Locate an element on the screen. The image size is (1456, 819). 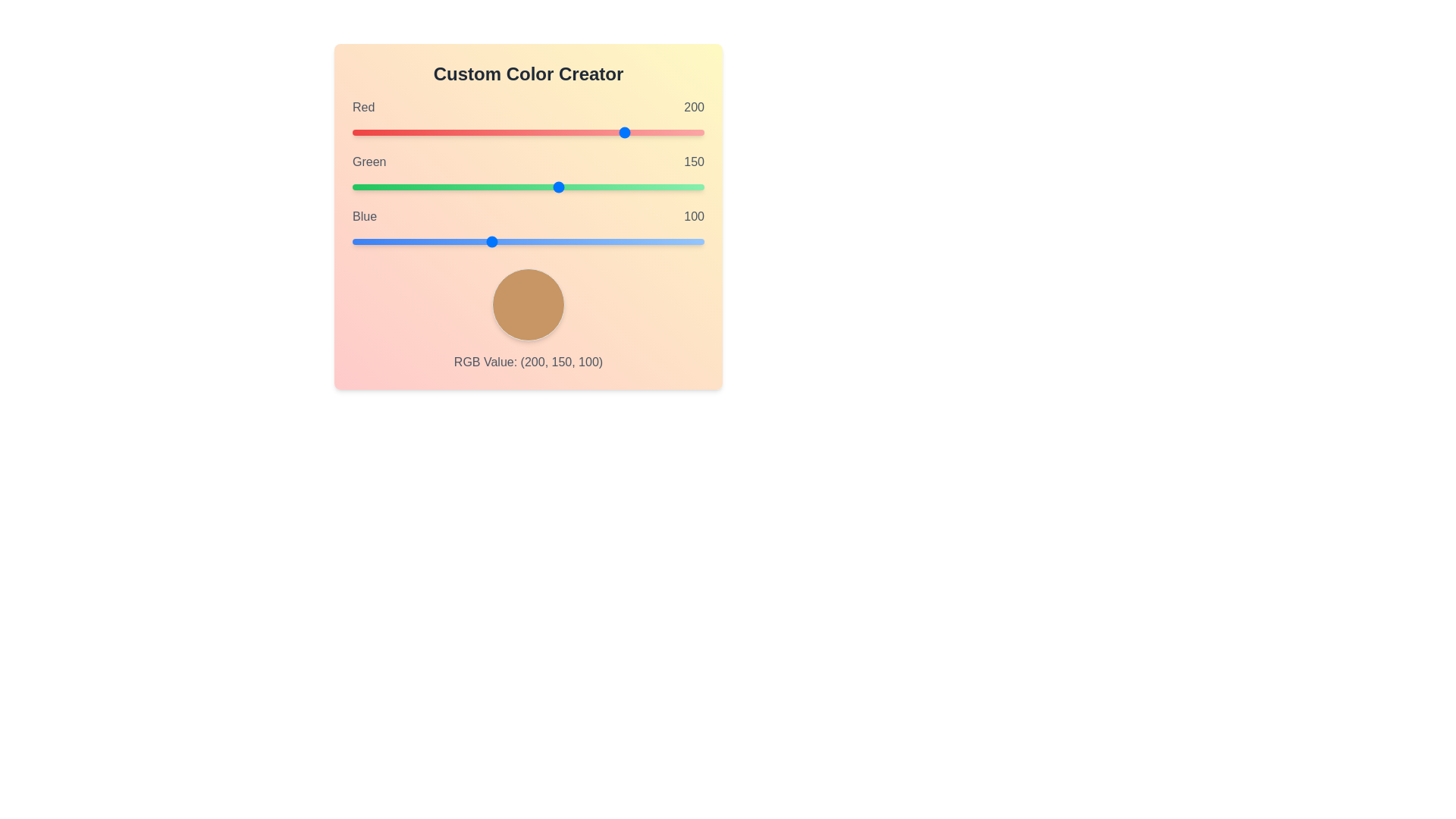
the blue slider to set the blue value to 191 is located at coordinates (616, 241).